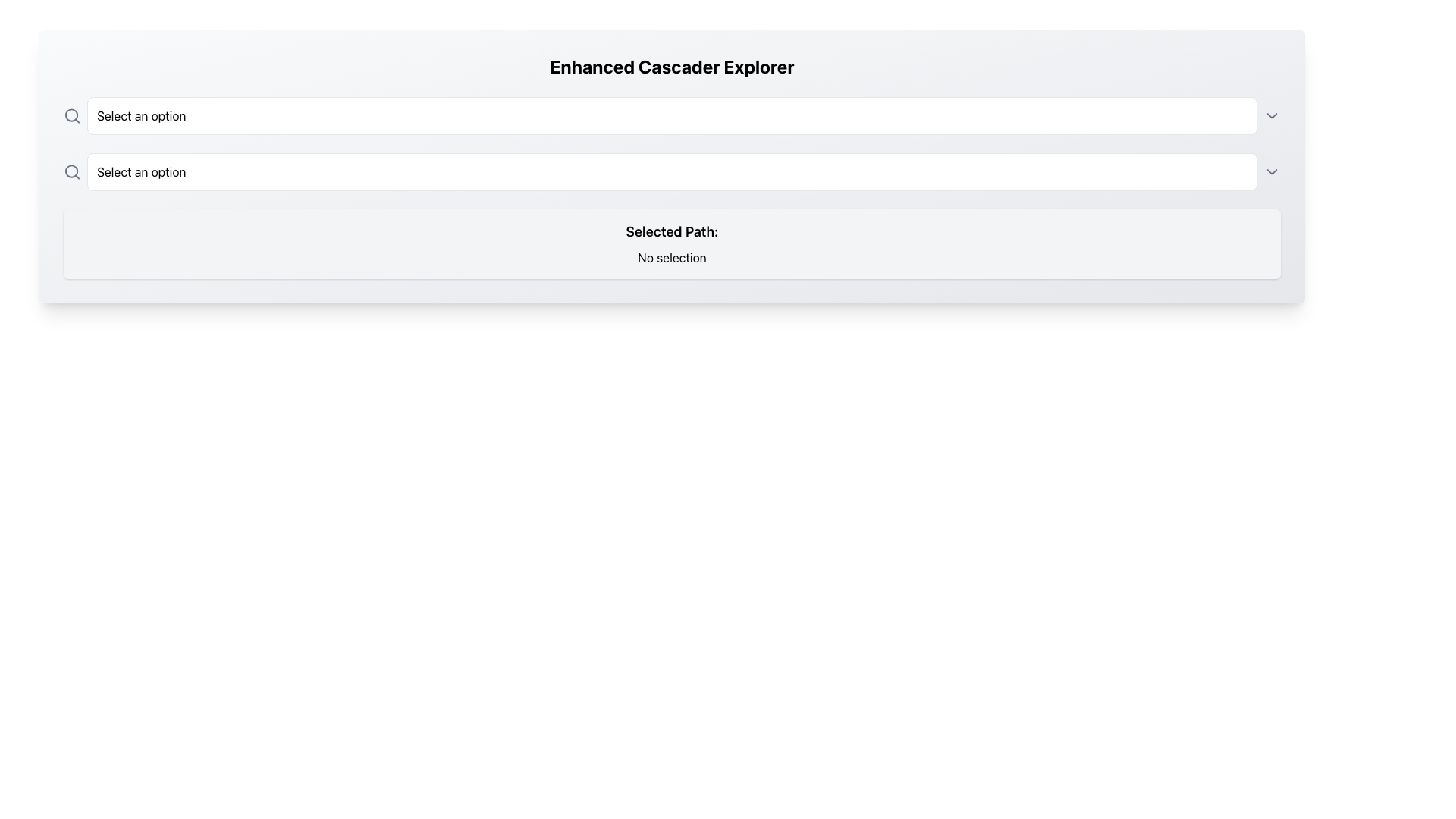 This screenshot has width=1456, height=819. Describe the element at coordinates (71, 171) in the screenshot. I see `the Search Icon located in the second row of the 'Select an option' component group, positioned on the left side near the text field to initiate a search` at that location.